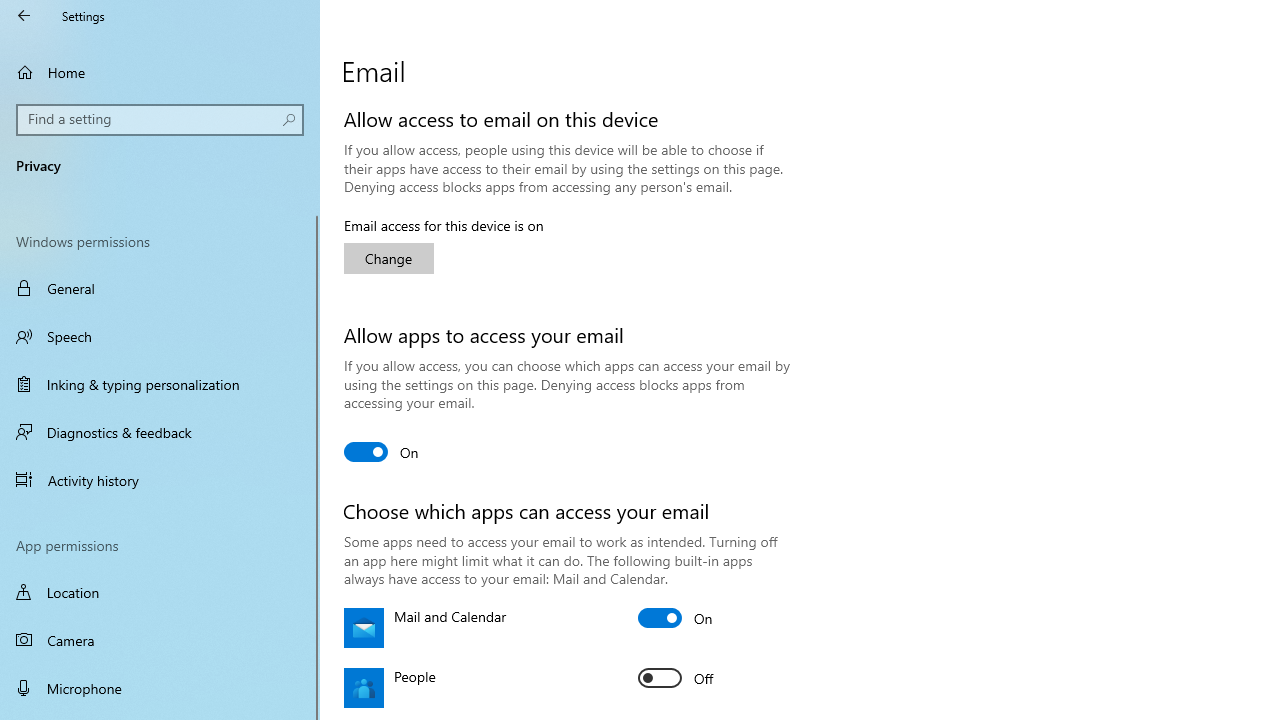 This screenshot has height=720, width=1280. I want to click on 'Change', so click(389, 257).